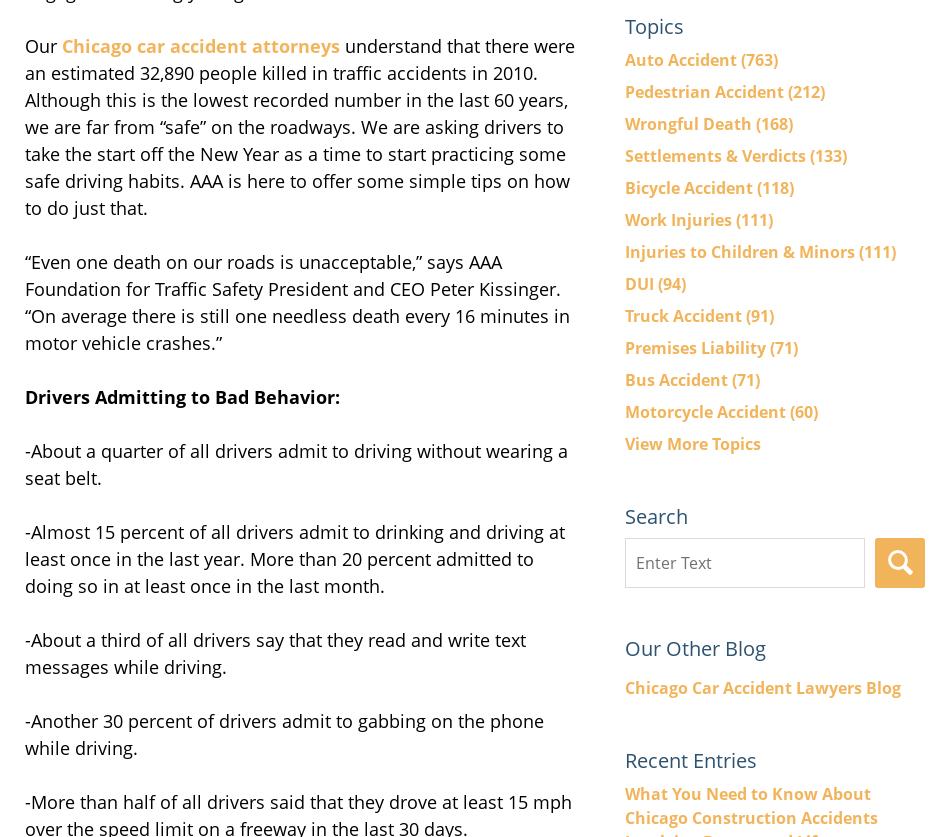  I want to click on '“Even one death on our roads is unacceptable,” says AAA Foundation for Traffic Safety President and CEO Peter Kissinger. “On average there is still one needless death every 16 minutes in motor vehicle crashes.”', so click(296, 301).